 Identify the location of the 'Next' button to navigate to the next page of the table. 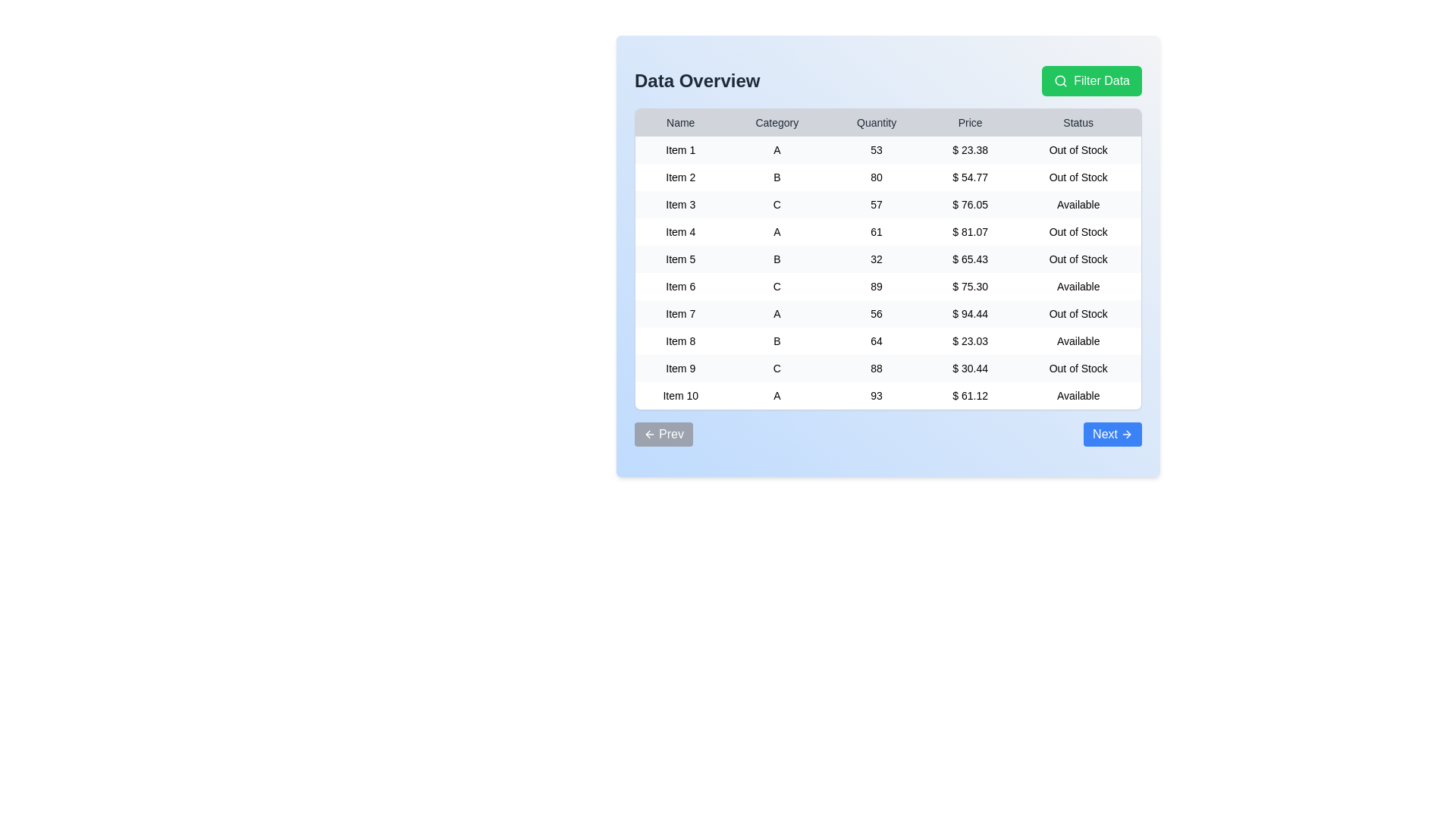
(1112, 435).